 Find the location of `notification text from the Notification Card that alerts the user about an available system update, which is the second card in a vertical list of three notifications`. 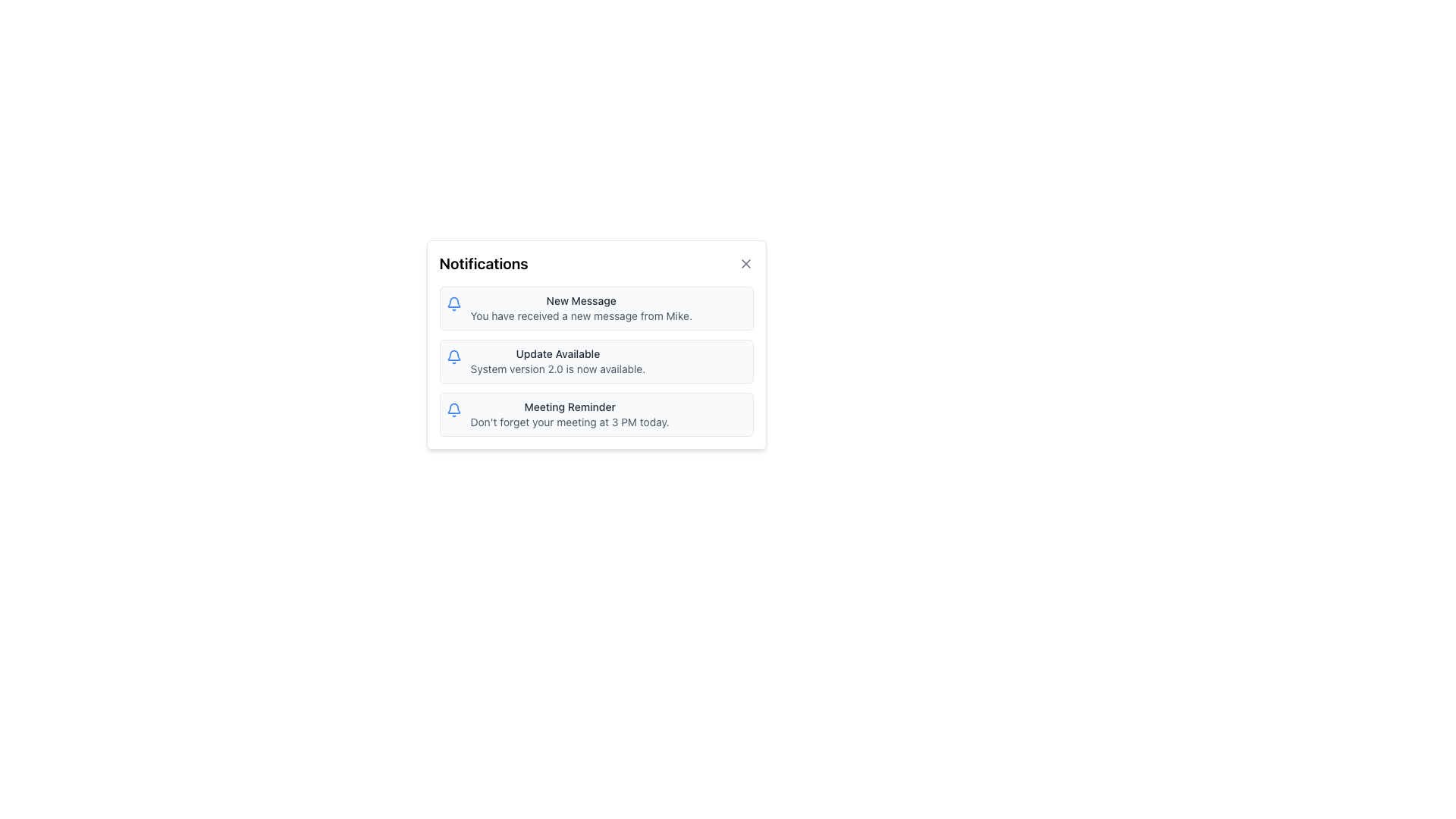

notification text from the Notification Card that alerts the user about an available system update, which is the second card in a vertical list of three notifications is located at coordinates (595, 362).